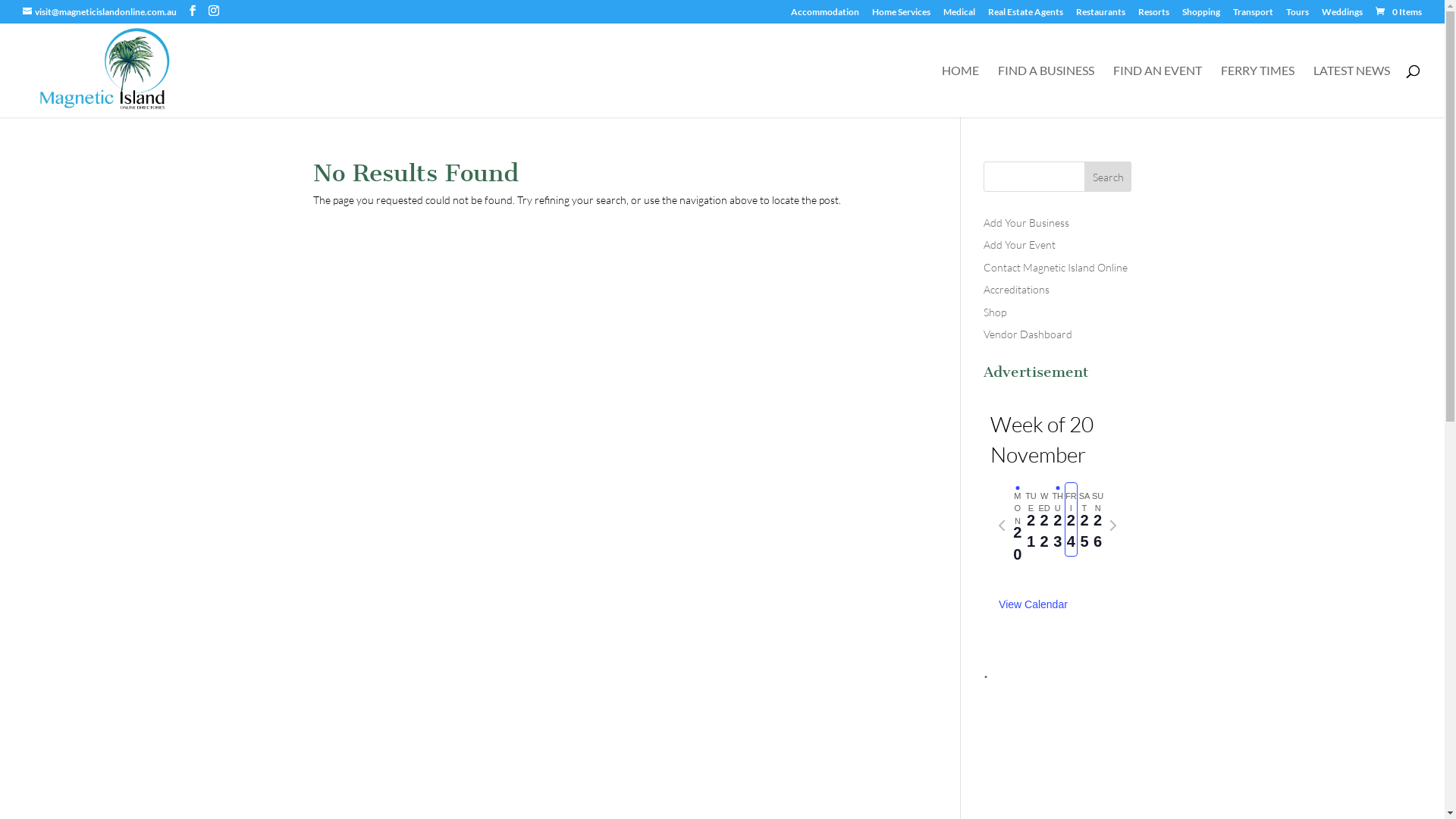  What do you see at coordinates (1296, 15) in the screenshot?
I see `'Tours'` at bounding box center [1296, 15].